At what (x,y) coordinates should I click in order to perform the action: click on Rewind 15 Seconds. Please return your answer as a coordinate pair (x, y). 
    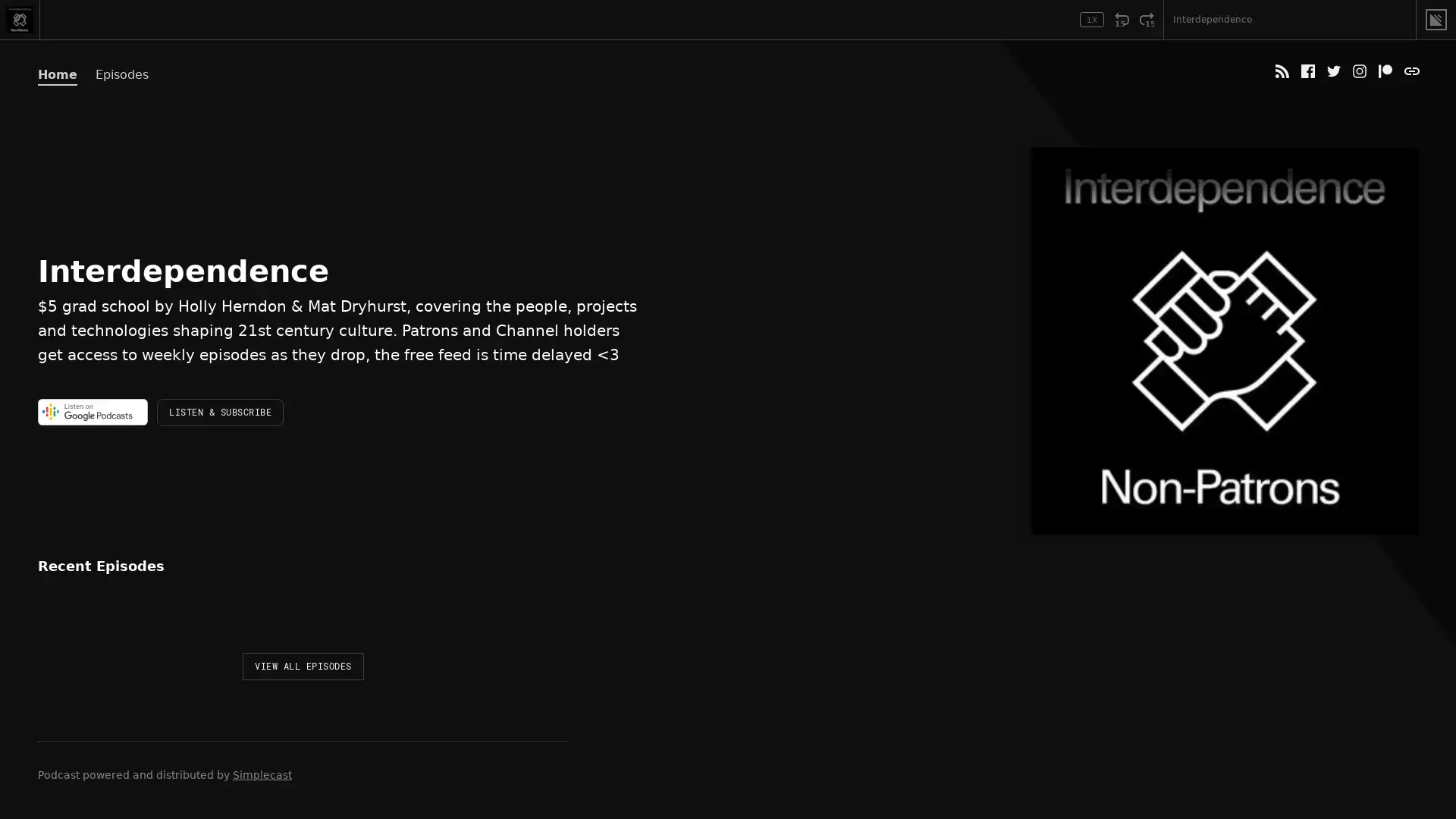
    Looking at the image, I should click on (1122, 20).